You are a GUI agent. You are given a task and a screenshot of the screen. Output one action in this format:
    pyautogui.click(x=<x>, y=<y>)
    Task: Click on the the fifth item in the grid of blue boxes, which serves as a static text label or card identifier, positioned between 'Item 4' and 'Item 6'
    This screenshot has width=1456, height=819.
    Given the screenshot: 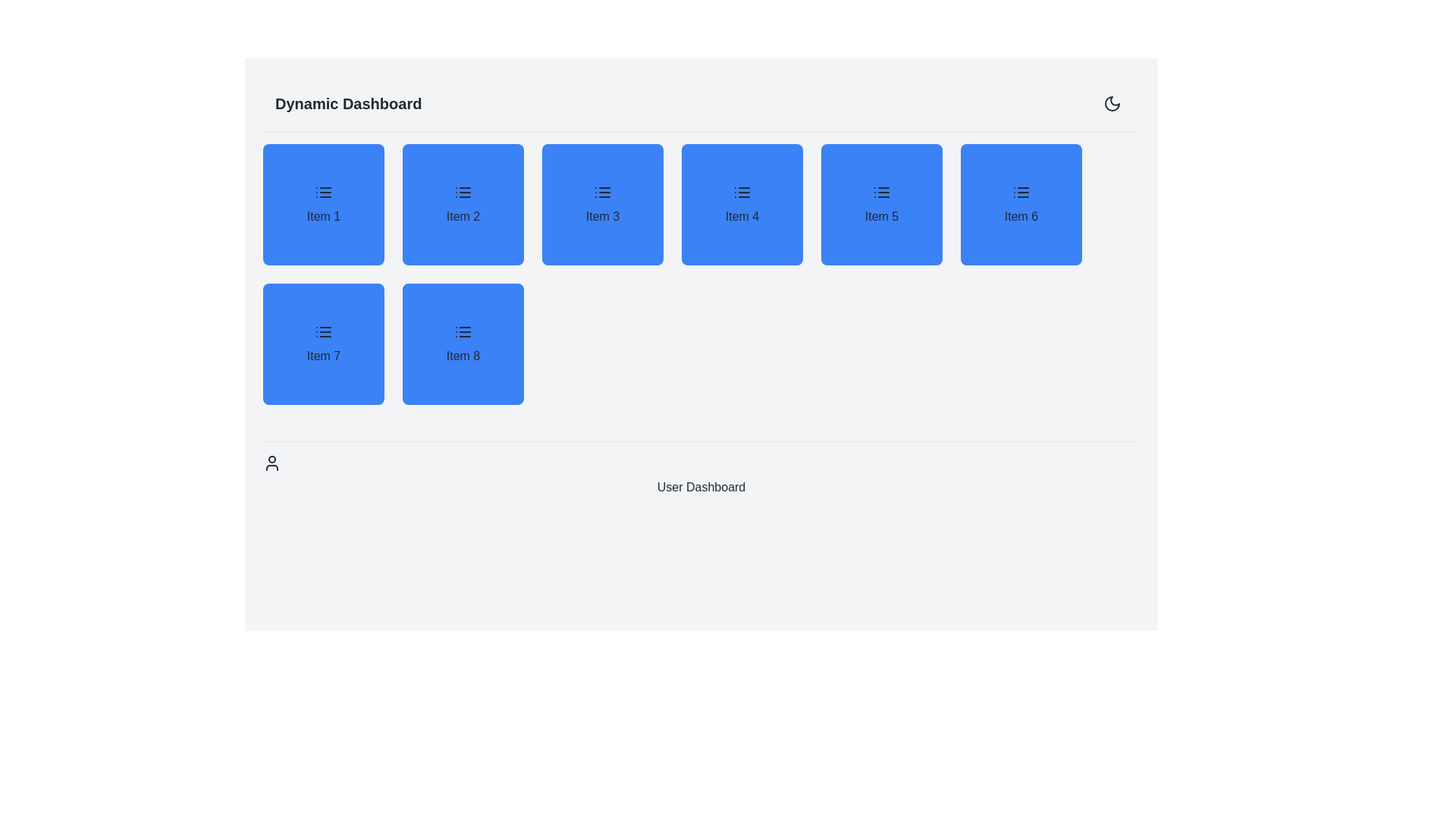 What is the action you would take?
    pyautogui.click(x=881, y=216)
    